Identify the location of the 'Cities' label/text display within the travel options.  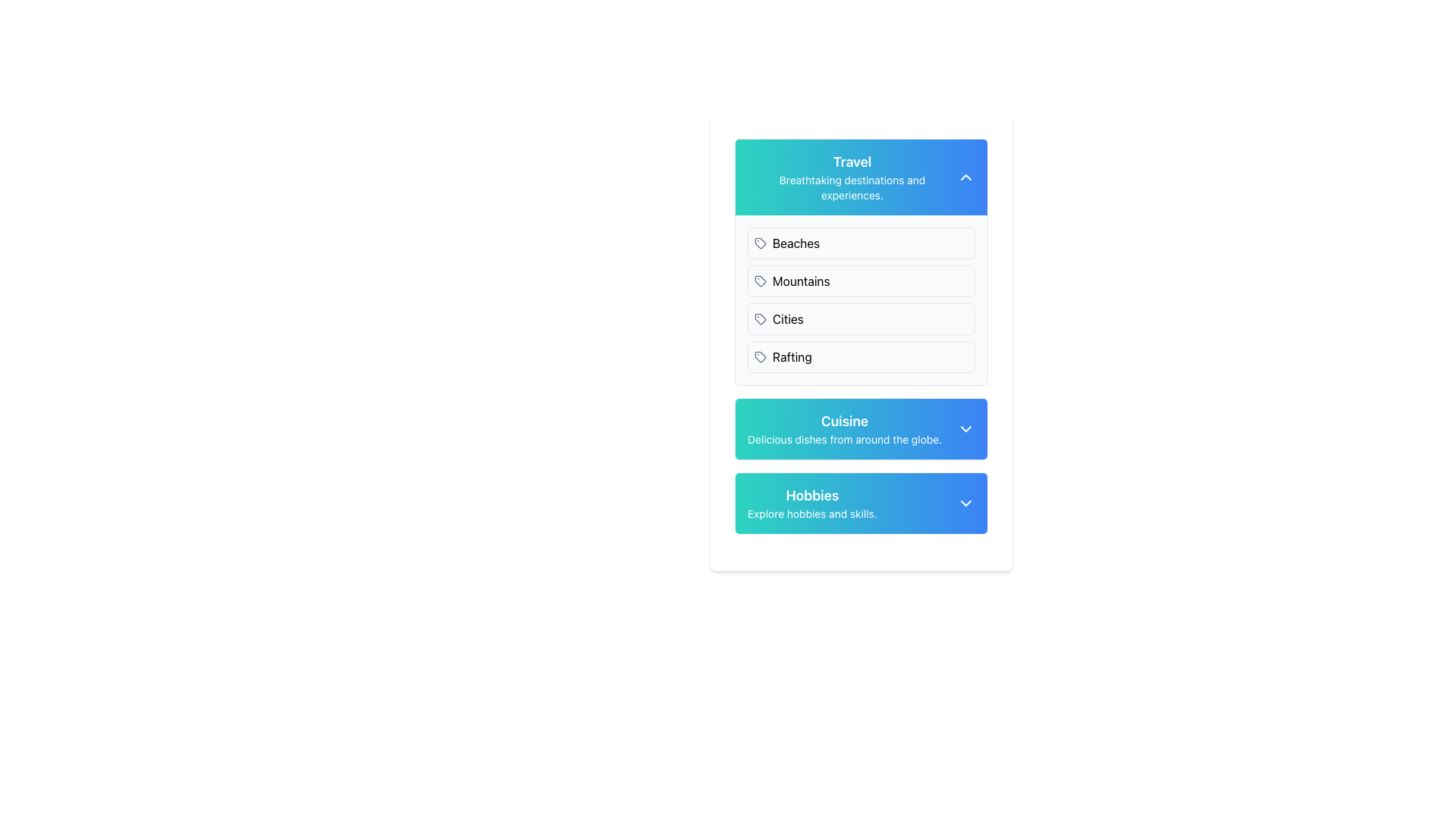
(788, 318).